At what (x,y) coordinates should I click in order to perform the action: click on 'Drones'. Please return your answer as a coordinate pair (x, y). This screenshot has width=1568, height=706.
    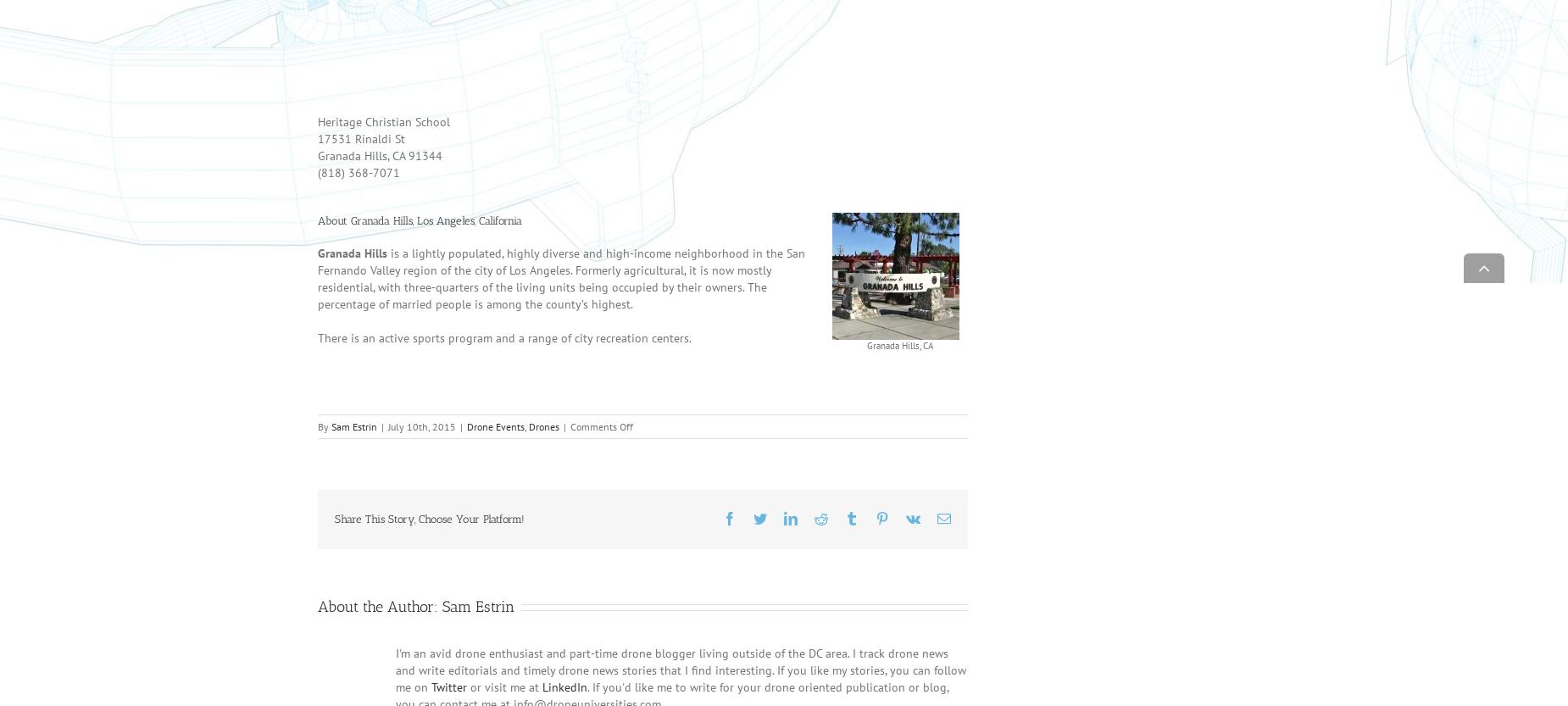
    Looking at the image, I should click on (543, 449).